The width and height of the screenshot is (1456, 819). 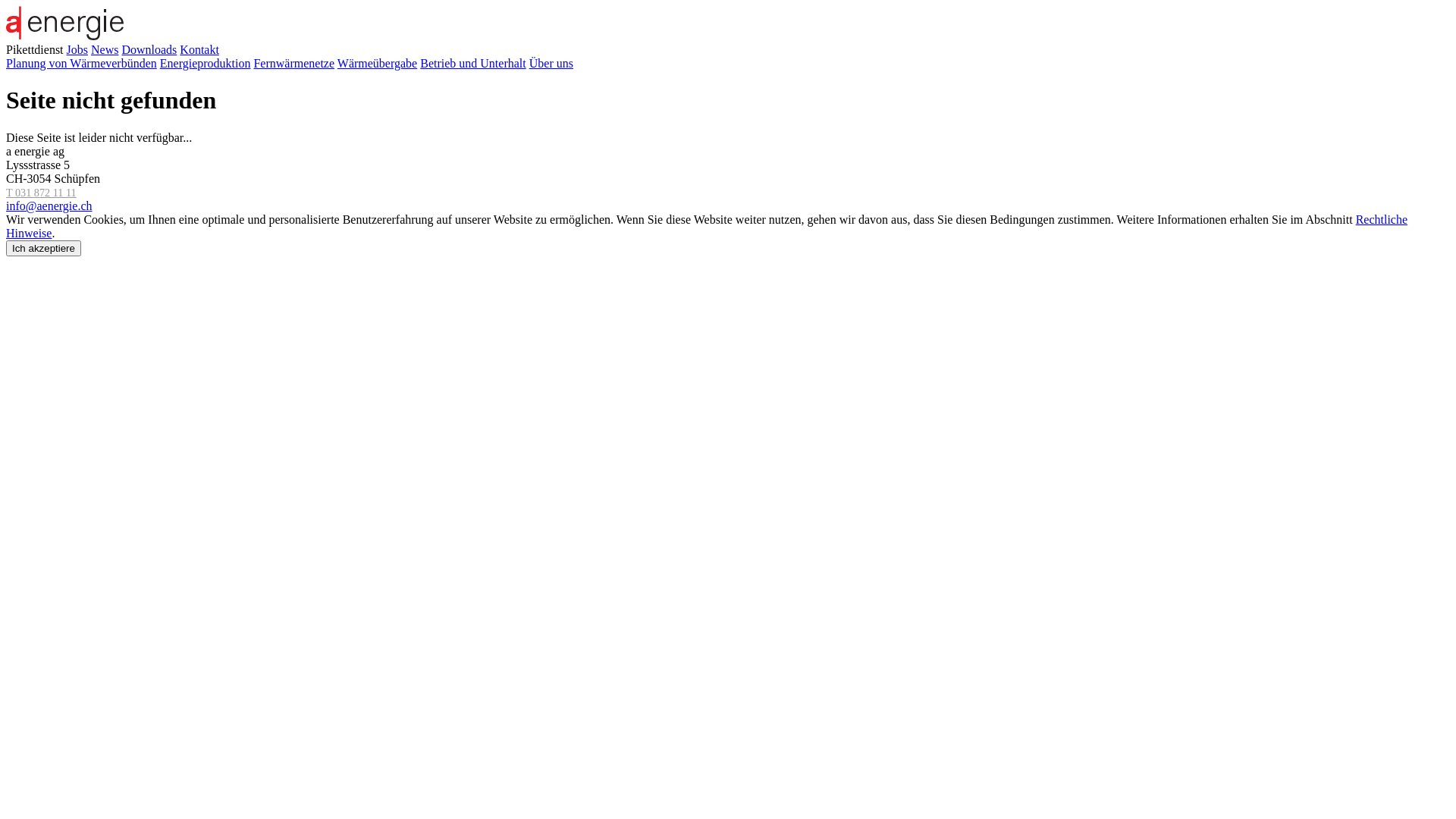 What do you see at coordinates (6, 206) in the screenshot?
I see `'info@aenergie.ch'` at bounding box center [6, 206].